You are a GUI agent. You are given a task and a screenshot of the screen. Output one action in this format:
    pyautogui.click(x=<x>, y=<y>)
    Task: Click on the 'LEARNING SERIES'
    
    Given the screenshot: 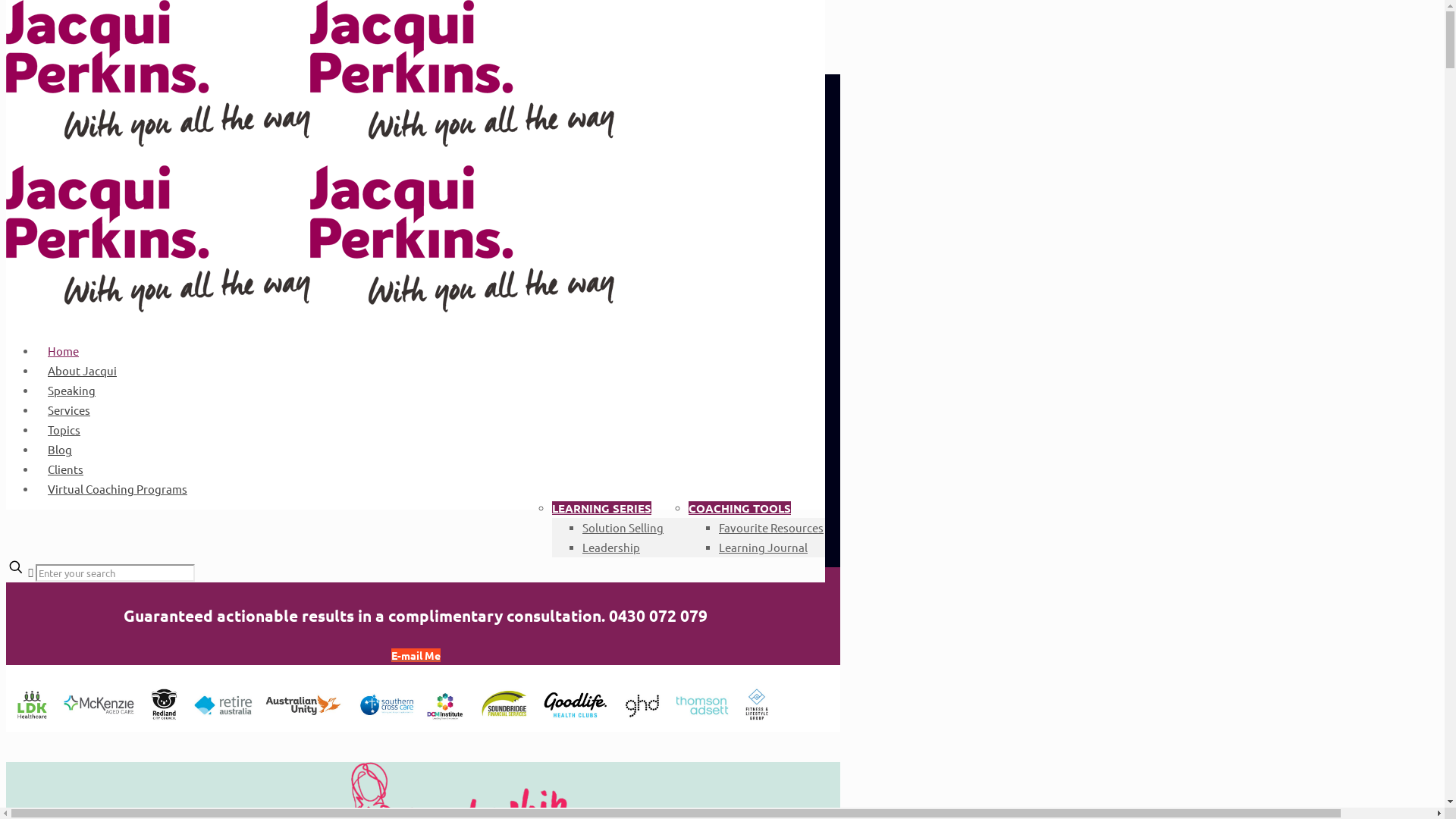 What is the action you would take?
    pyautogui.click(x=601, y=508)
    